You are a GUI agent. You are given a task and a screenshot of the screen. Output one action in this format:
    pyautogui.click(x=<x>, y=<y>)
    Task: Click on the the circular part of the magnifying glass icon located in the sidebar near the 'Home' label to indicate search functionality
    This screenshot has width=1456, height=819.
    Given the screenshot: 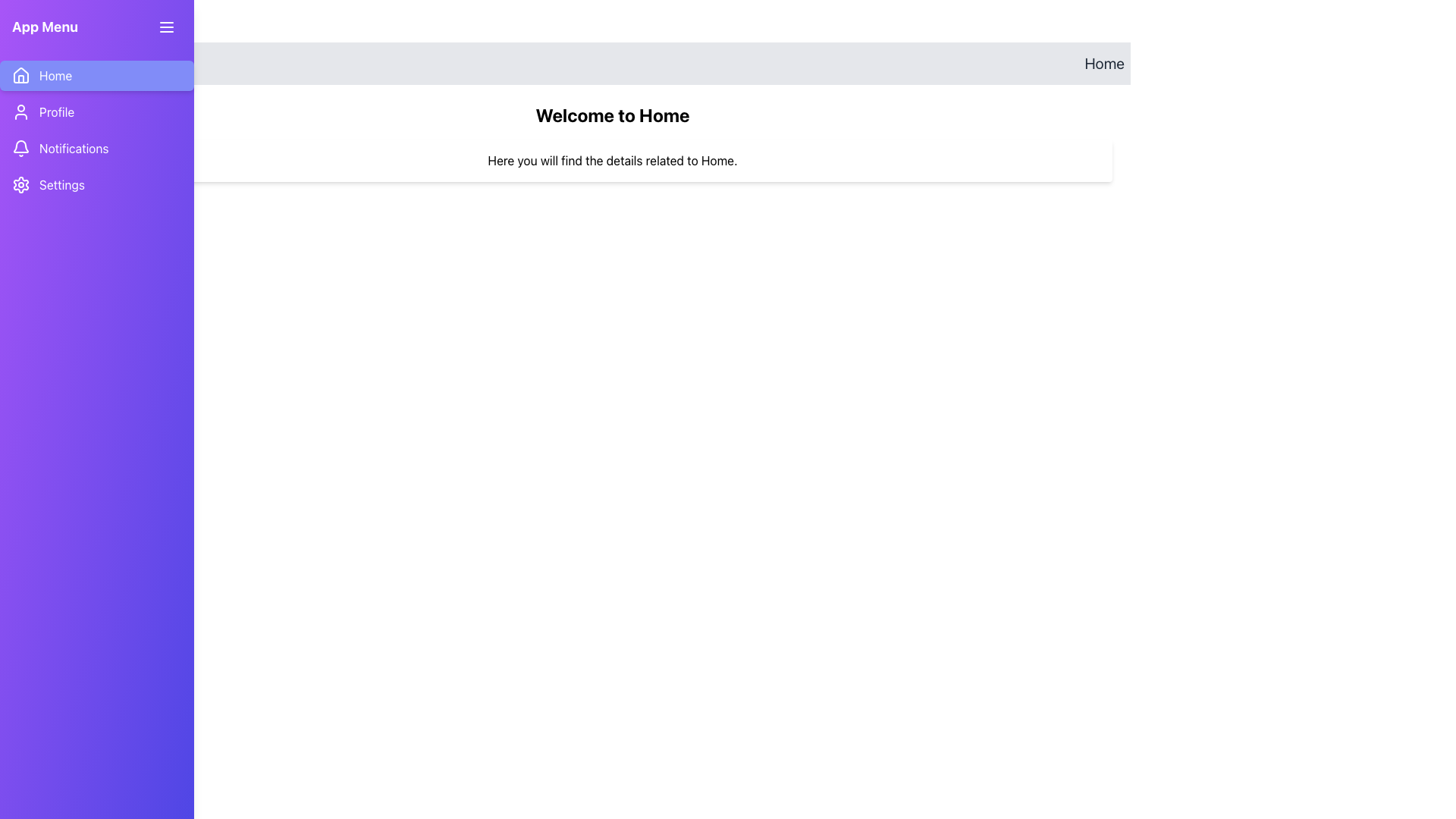 What is the action you would take?
    pyautogui.click(x=115, y=62)
    